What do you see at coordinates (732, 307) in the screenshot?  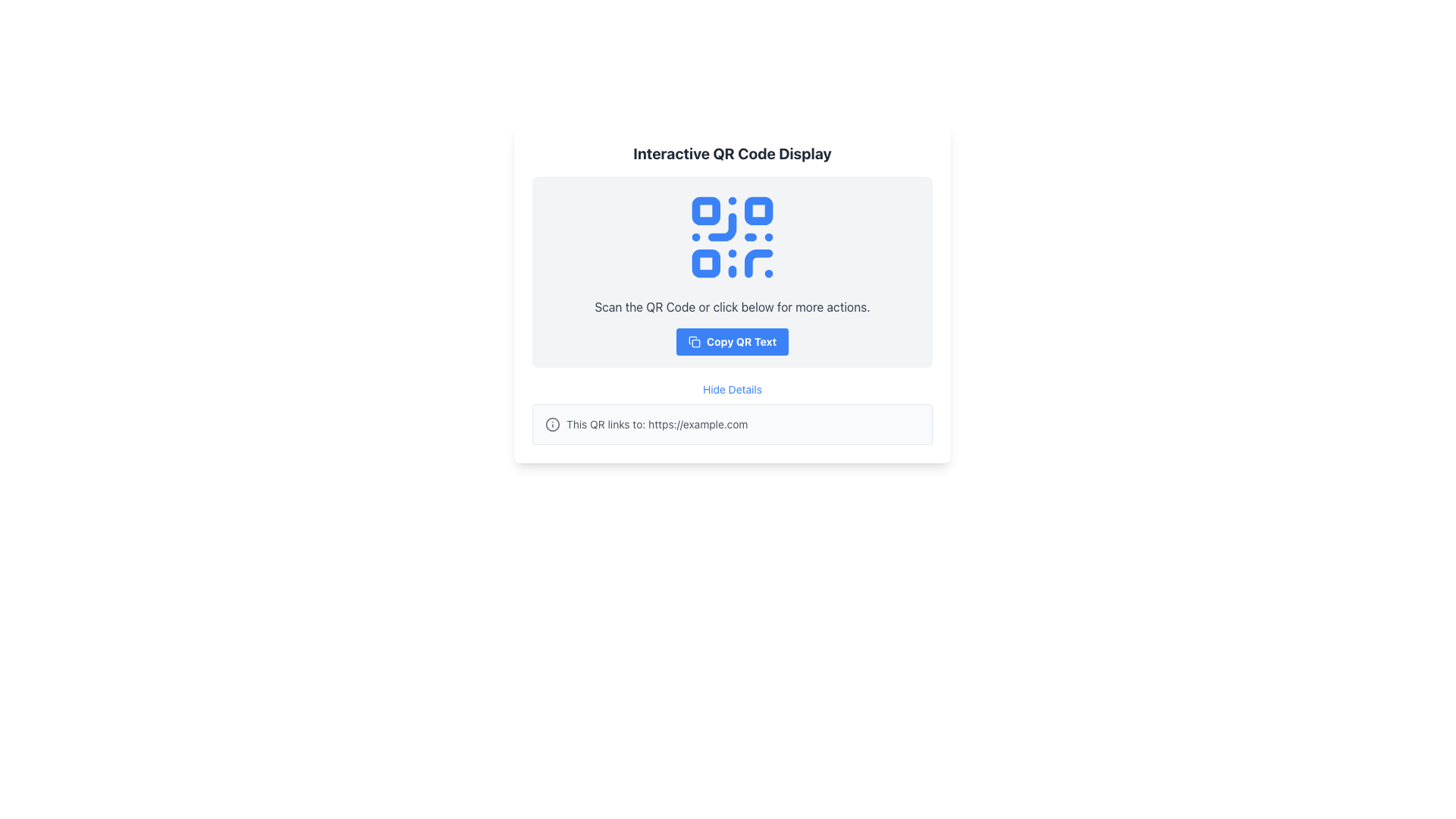 I see `the instructional text element located centrally below the QR code icon and above the blue button labeled 'Copy QR Text'` at bounding box center [732, 307].